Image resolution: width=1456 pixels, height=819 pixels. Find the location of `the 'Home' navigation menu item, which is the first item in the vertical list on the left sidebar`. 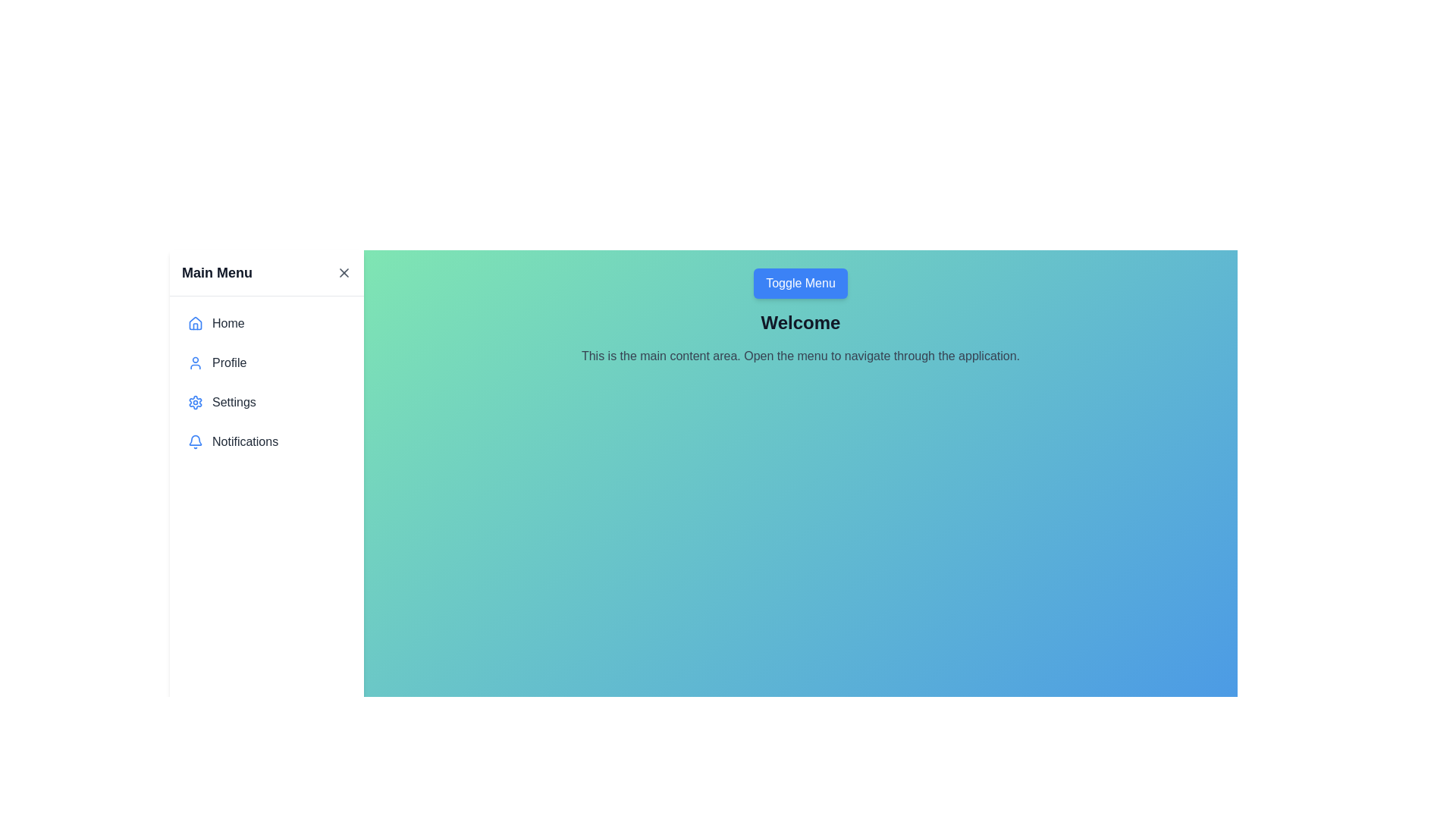

the 'Home' navigation menu item, which is the first item in the vertical list on the left sidebar is located at coordinates (266, 323).